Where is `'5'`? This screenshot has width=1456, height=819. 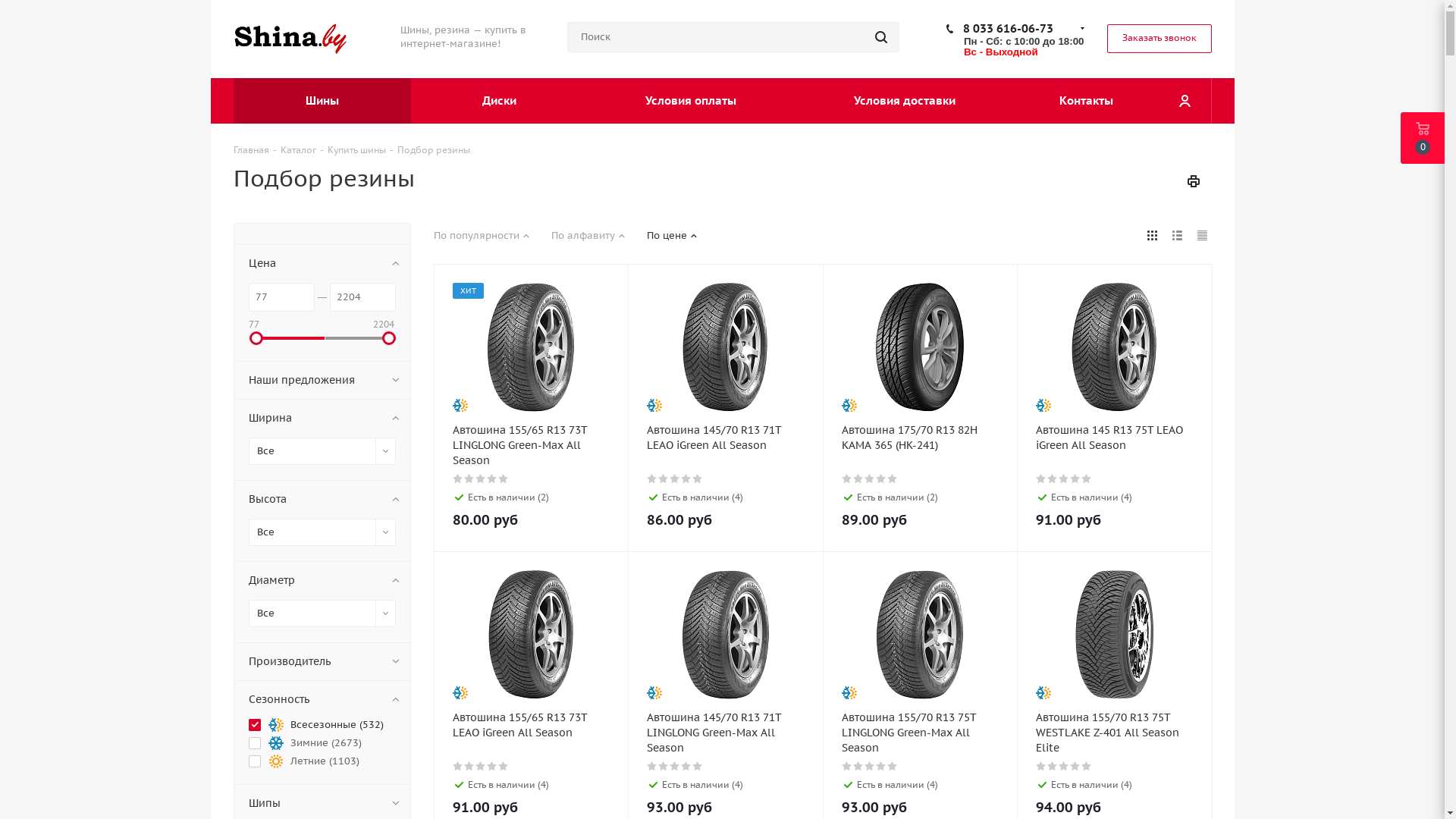 '5' is located at coordinates (497, 766).